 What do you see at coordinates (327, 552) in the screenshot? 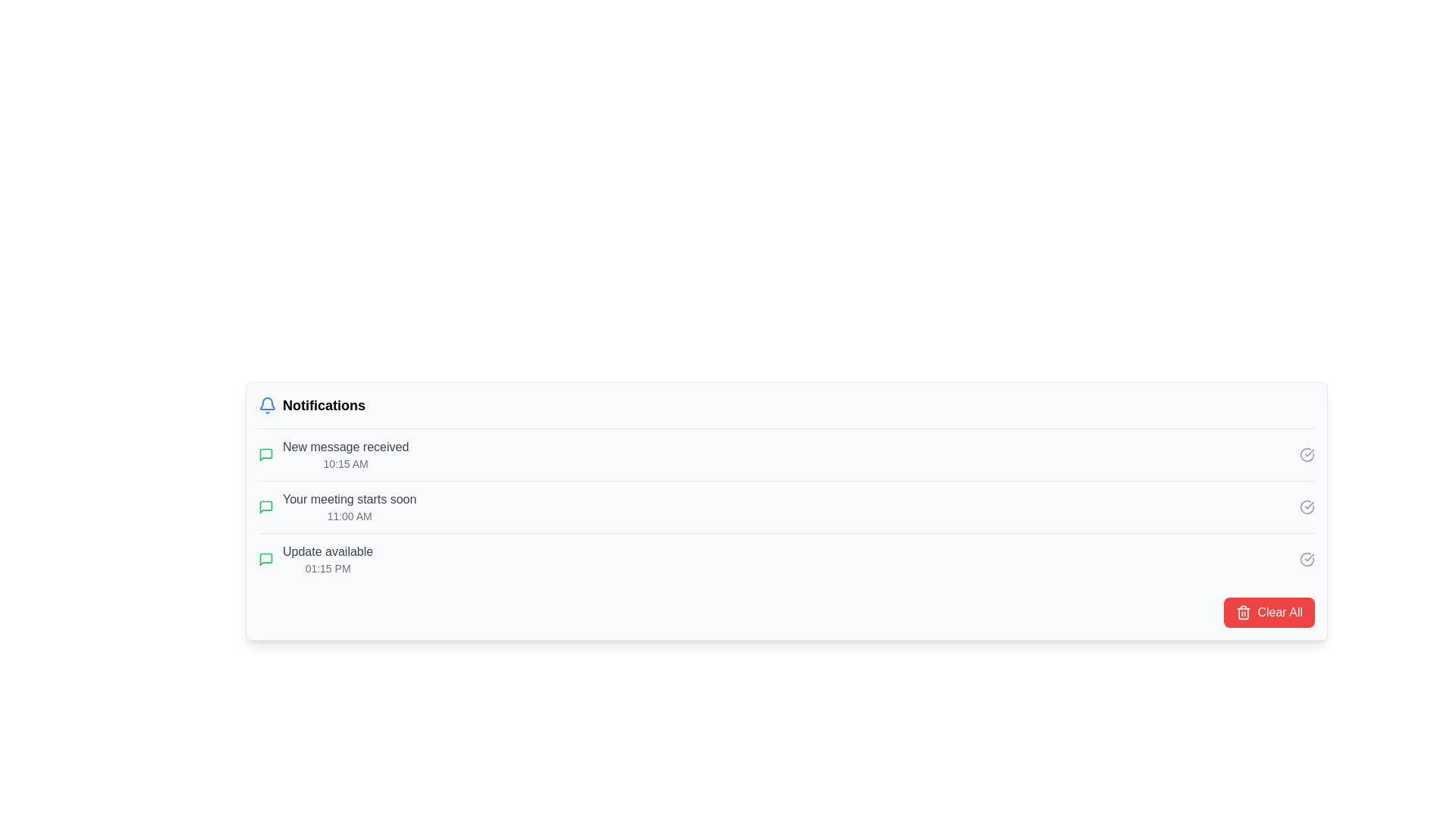
I see `the text label displaying 'Update available' in gray color, located in the third row of the notification list, next to the green icon and above the timestamp '01:15 PM'` at bounding box center [327, 552].